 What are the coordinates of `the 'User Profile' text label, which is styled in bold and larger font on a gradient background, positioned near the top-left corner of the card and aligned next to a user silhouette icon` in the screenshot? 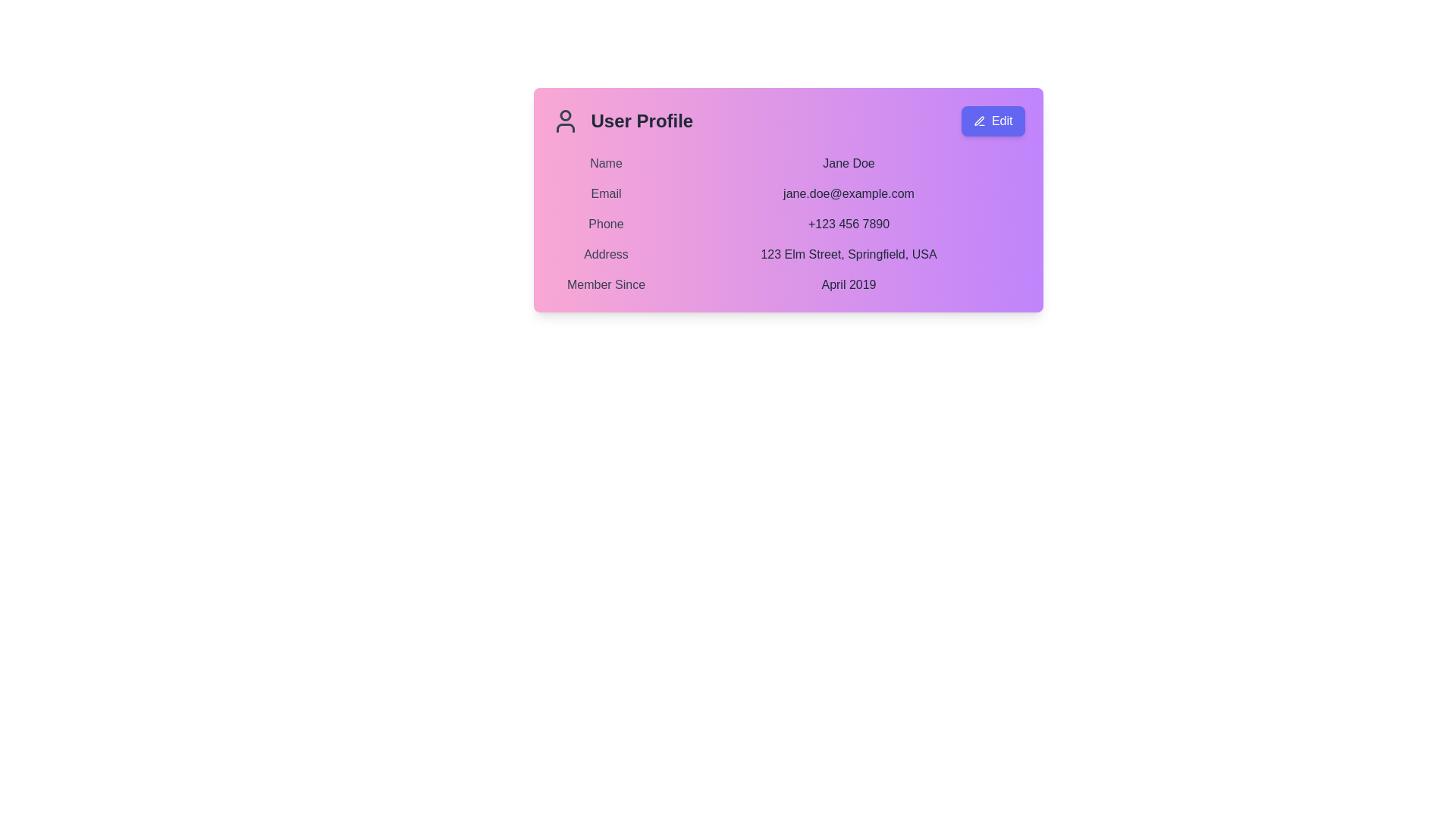 It's located at (642, 120).